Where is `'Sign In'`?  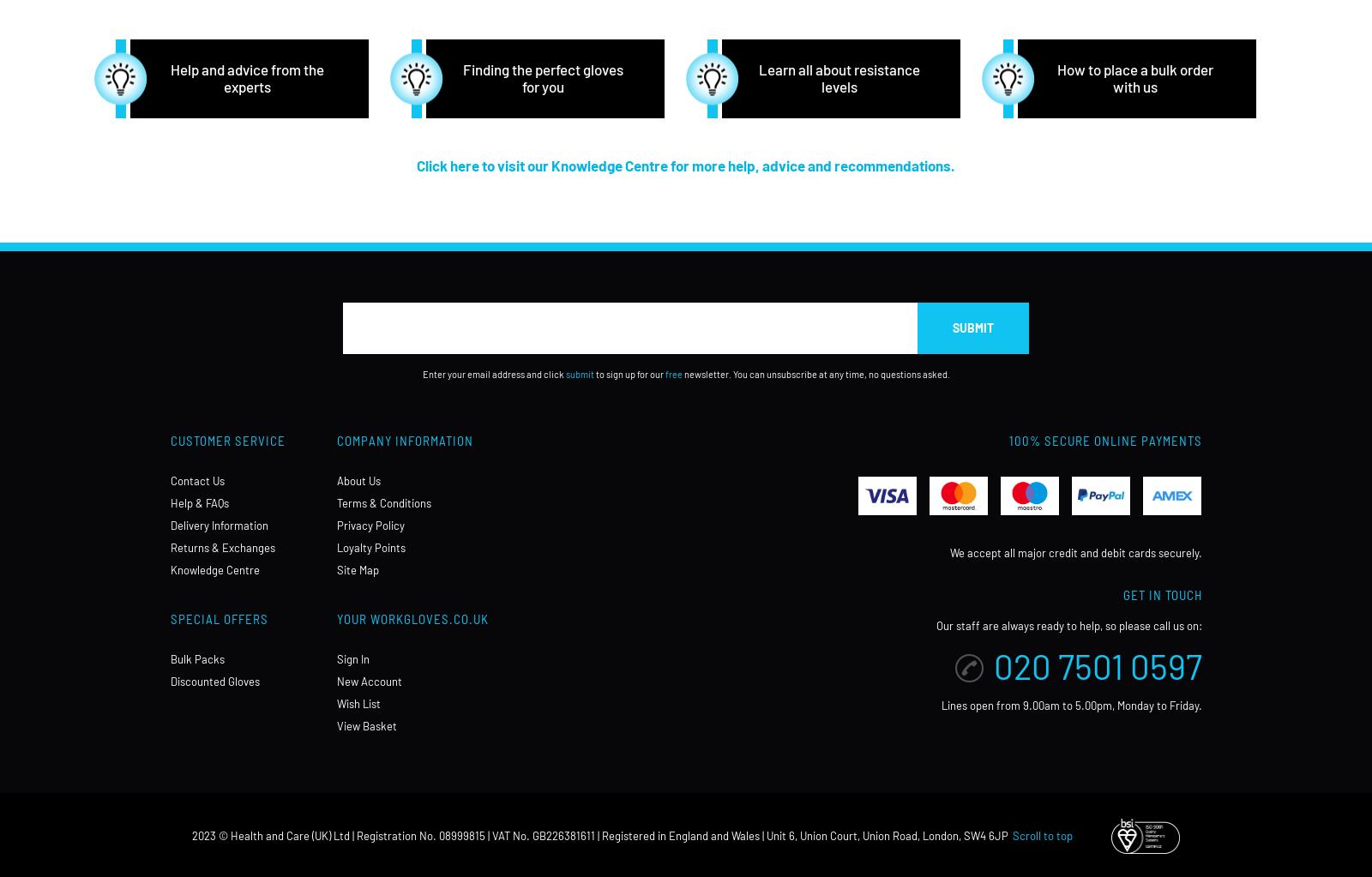 'Sign In' is located at coordinates (352, 658).